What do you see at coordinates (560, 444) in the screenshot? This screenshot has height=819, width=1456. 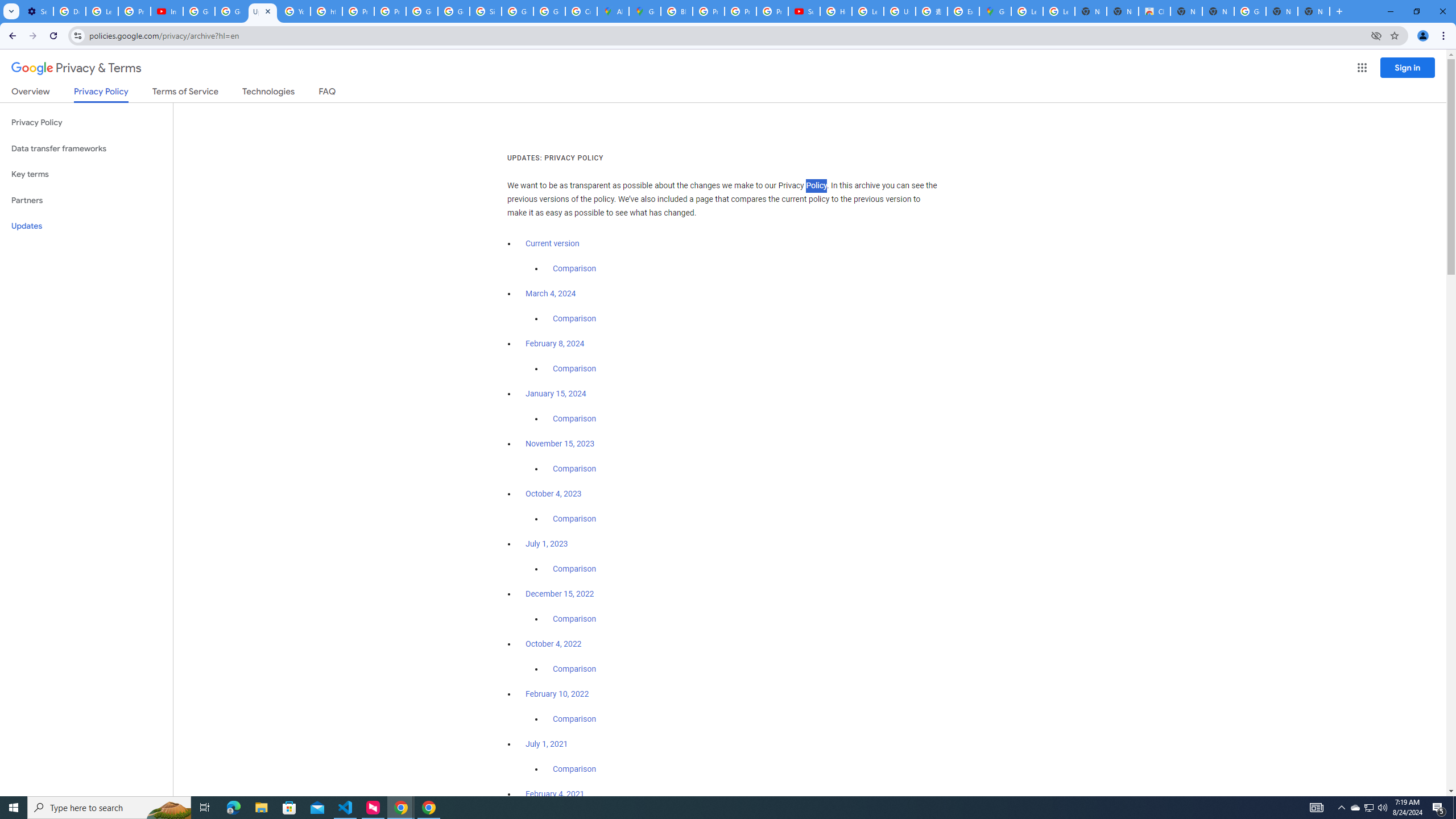 I see `'November 15, 2023'` at bounding box center [560, 444].